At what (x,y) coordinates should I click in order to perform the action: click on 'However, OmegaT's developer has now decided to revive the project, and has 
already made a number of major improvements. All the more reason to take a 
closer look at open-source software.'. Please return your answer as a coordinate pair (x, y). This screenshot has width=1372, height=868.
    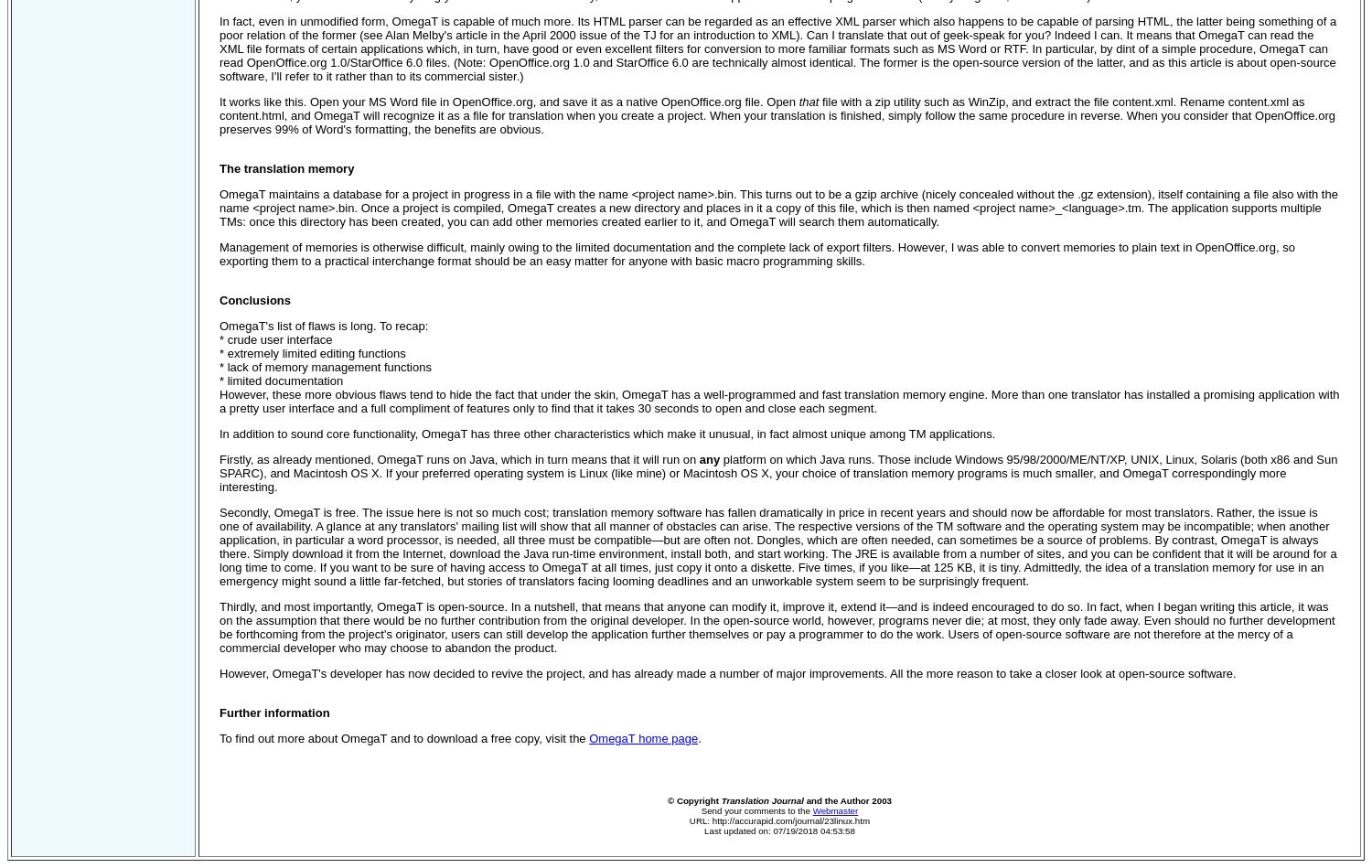
    Looking at the image, I should click on (219, 673).